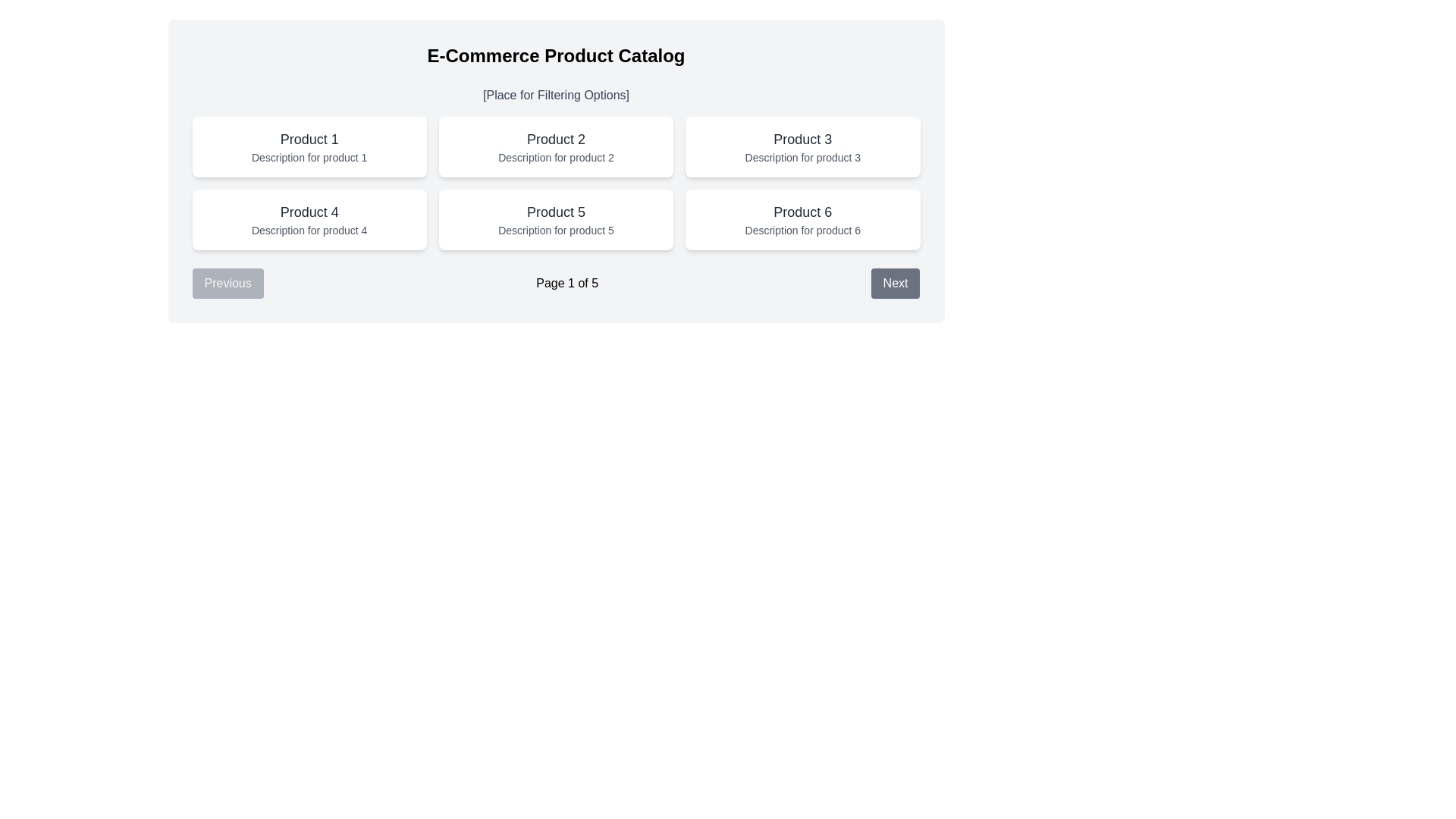  Describe the element at coordinates (555, 96) in the screenshot. I see `the text label '[Place for Filtering Options]' located below the header 'E-Commerce Product Catalog' and above the product grid` at that location.